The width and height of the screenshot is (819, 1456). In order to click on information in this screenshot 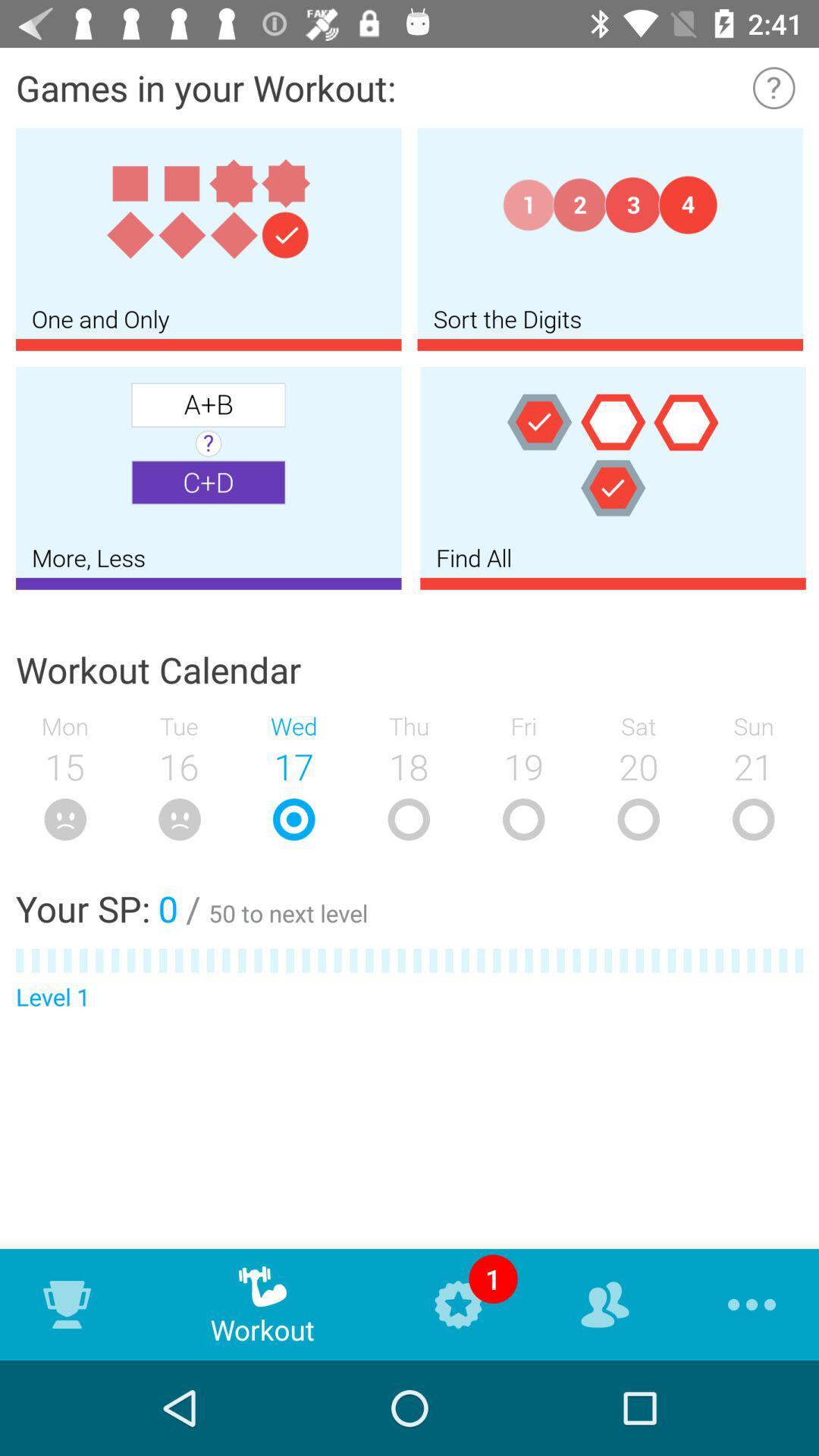, I will do `click(773, 86)`.